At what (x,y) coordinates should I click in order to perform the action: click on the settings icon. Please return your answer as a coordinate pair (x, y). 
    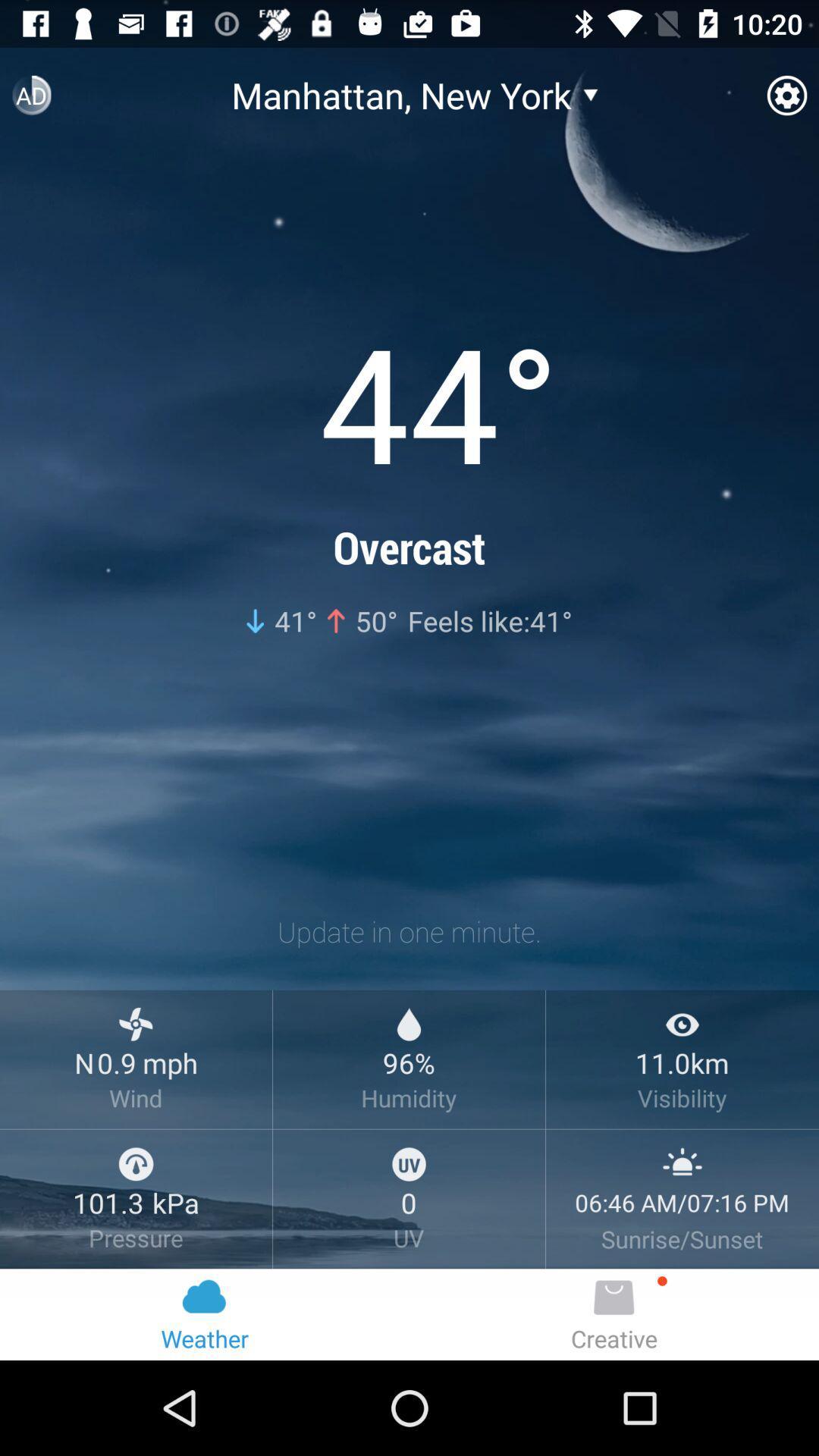
    Looking at the image, I should click on (786, 101).